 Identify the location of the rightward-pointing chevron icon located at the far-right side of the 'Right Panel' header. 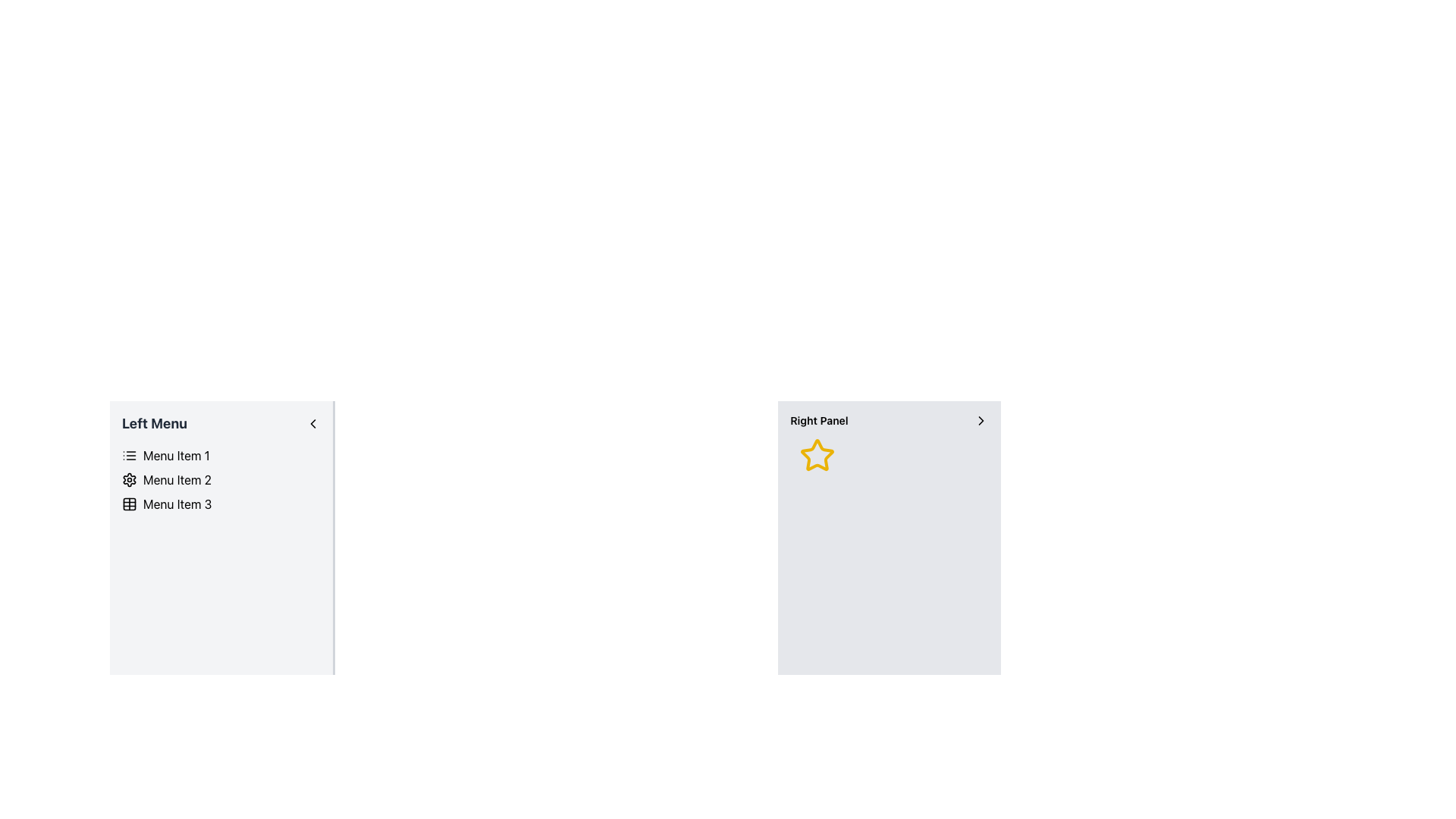
(981, 421).